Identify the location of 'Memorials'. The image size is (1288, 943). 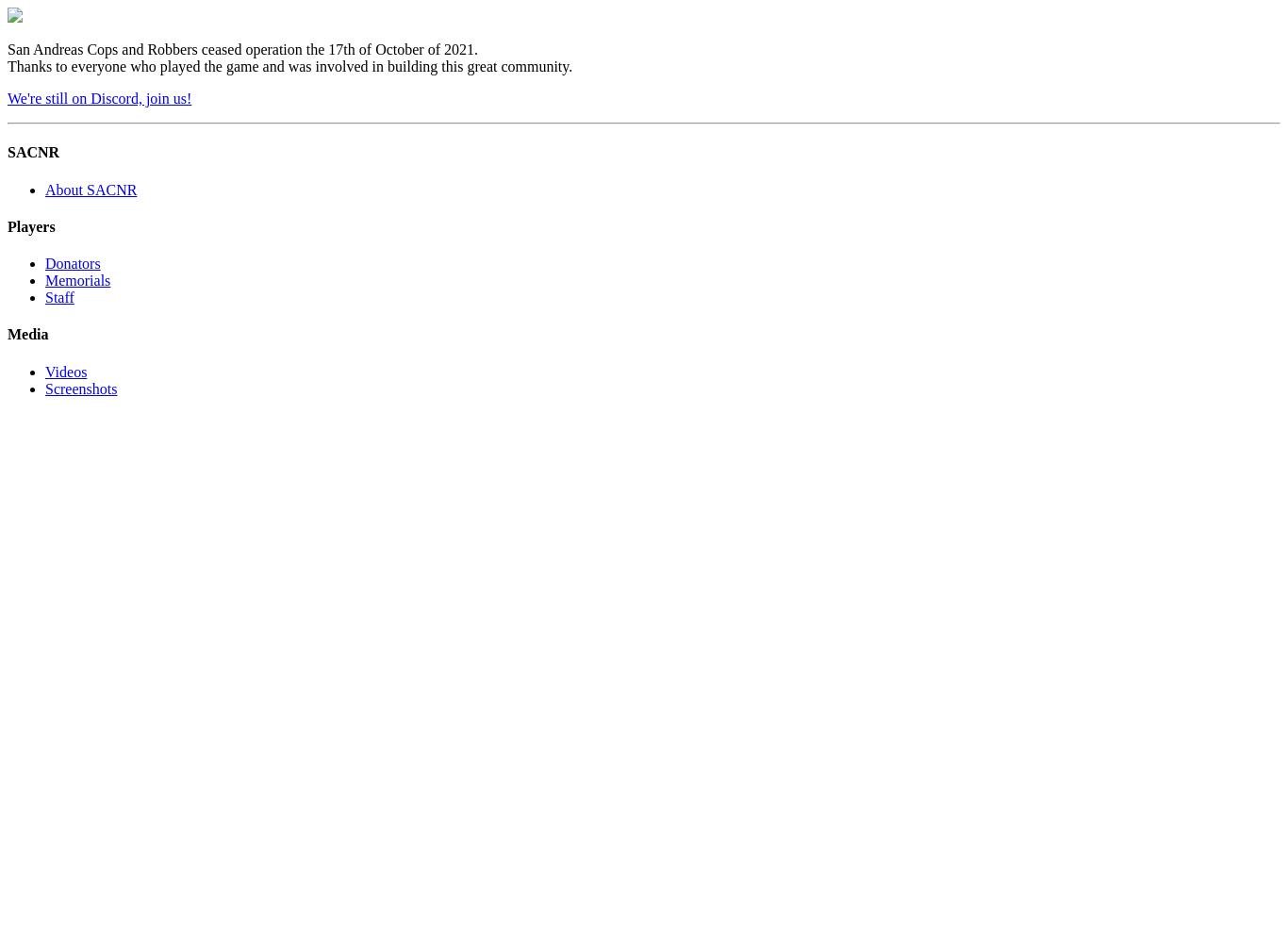
(44, 280).